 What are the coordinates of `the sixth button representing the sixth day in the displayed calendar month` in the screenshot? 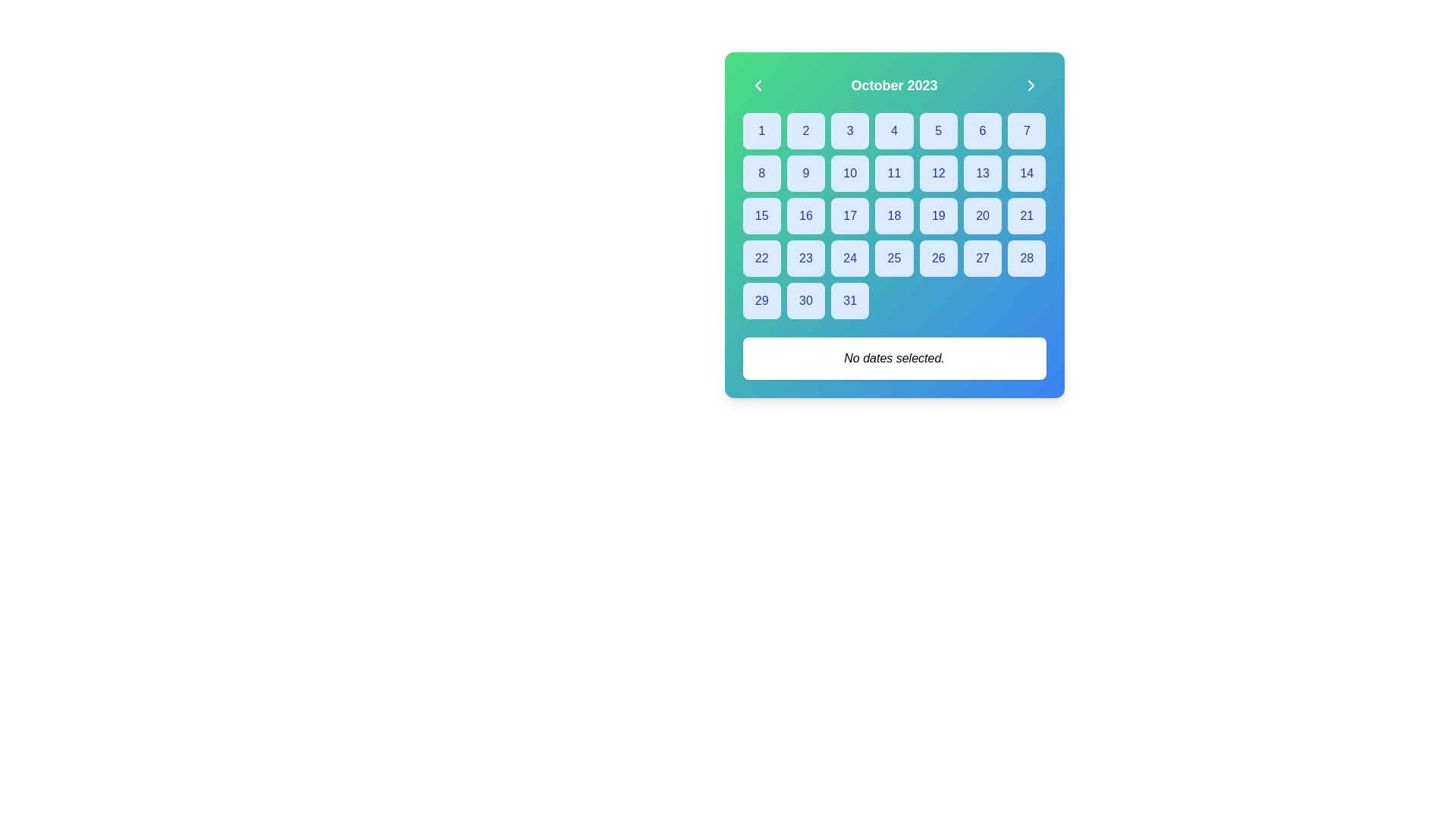 It's located at (983, 130).